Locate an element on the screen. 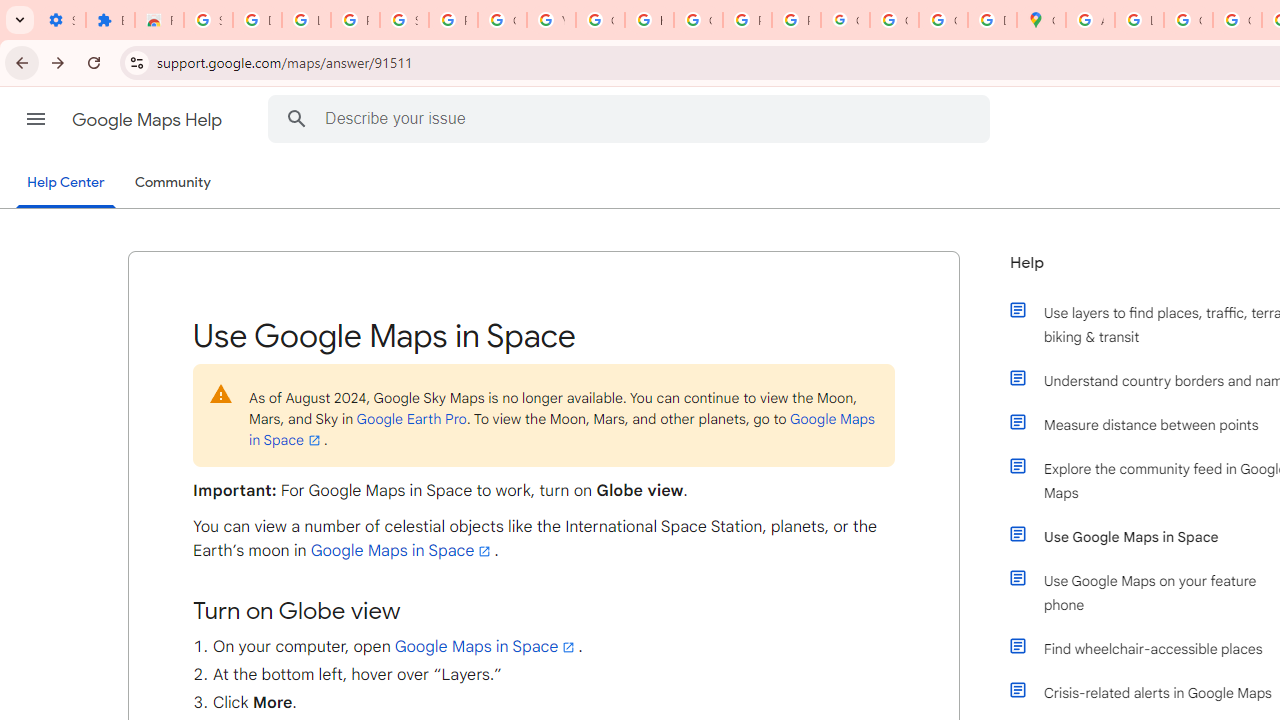  'Reviews: Helix Fruit Jump Arcade Game' is located at coordinates (158, 20).